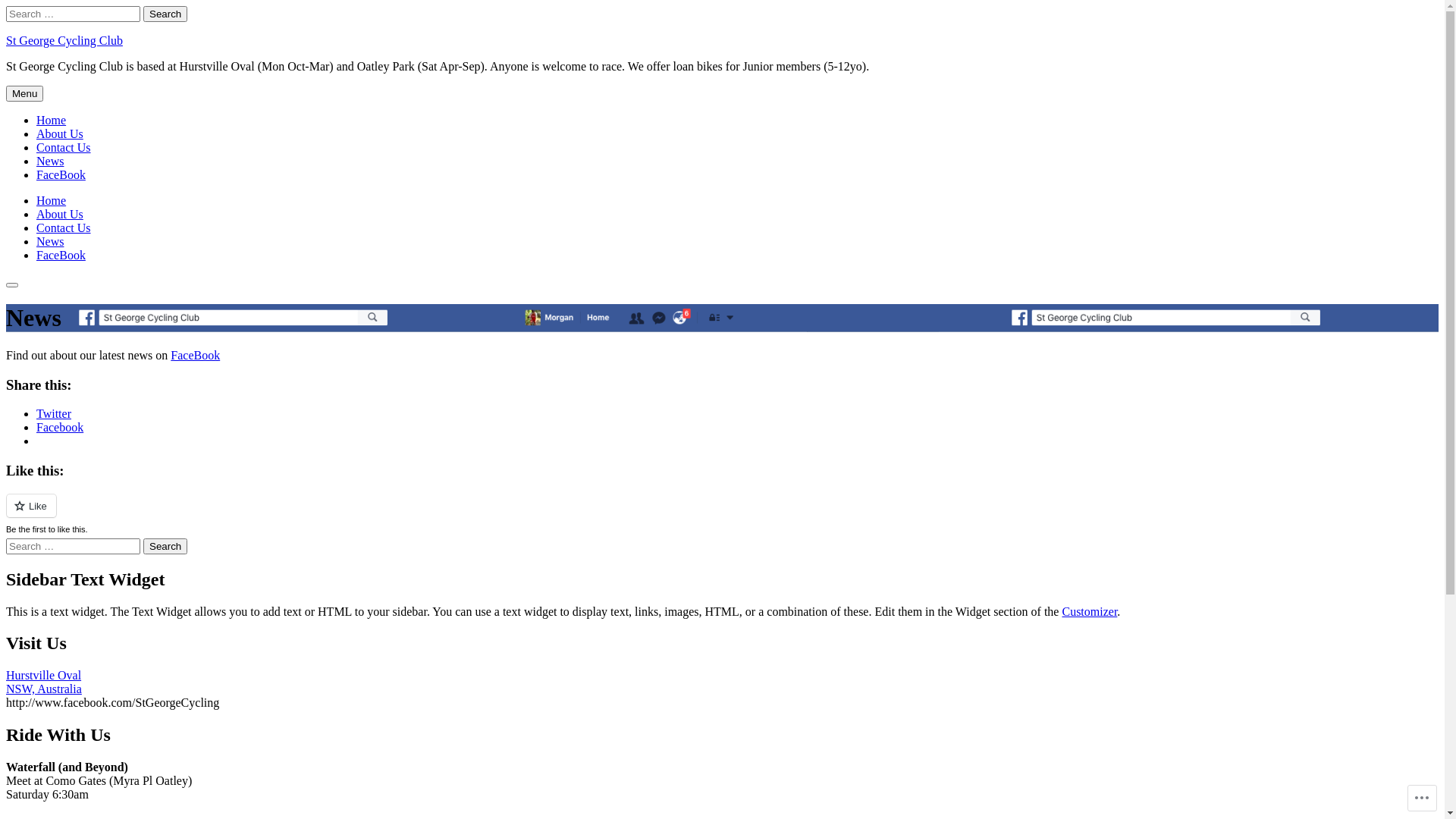 The height and width of the screenshot is (819, 1456). I want to click on 'Menu', so click(24, 93).